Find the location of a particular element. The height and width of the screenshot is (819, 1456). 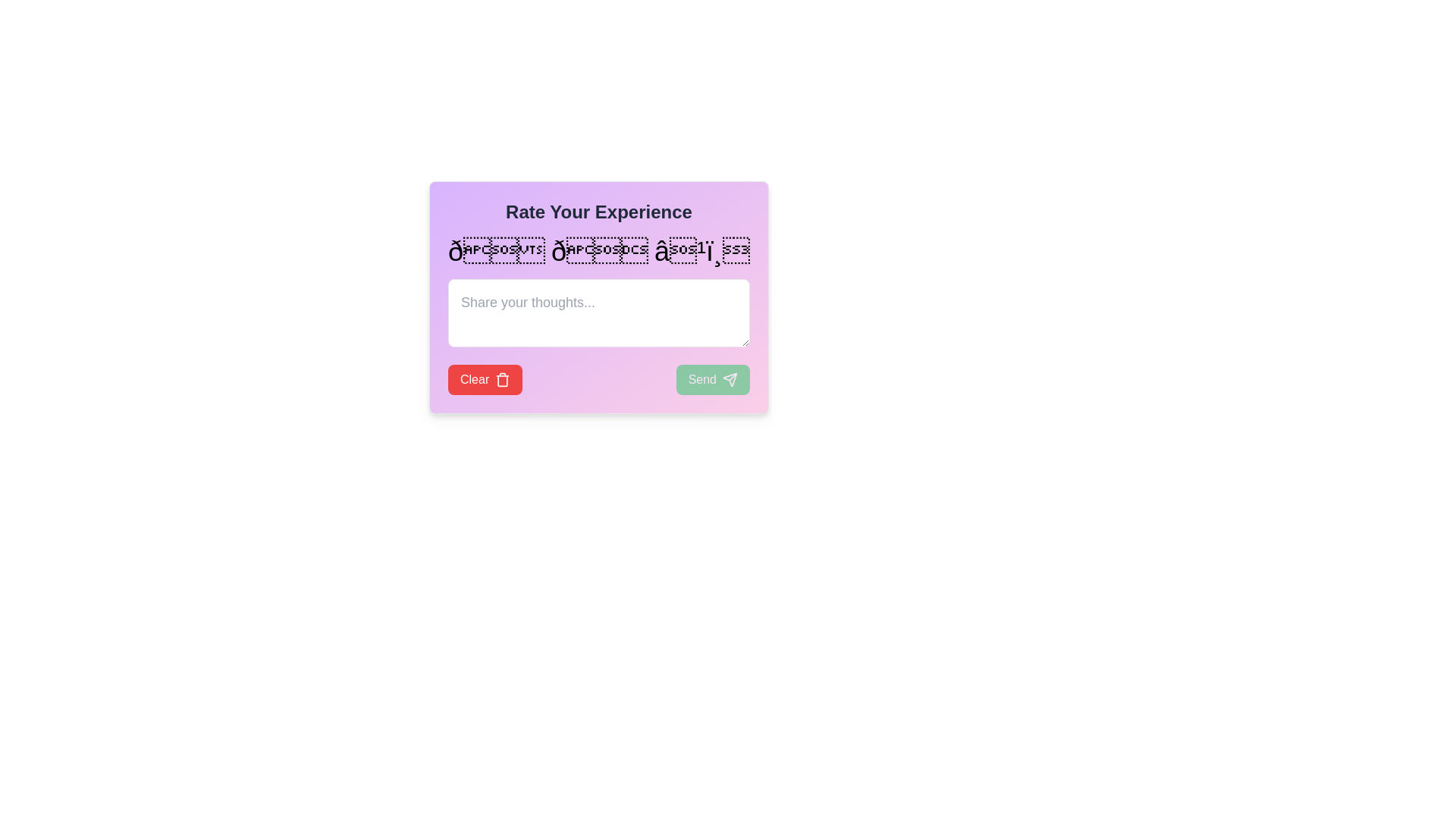

the third face icon with a neutral expression in the row of three face icons is located at coordinates (701, 250).